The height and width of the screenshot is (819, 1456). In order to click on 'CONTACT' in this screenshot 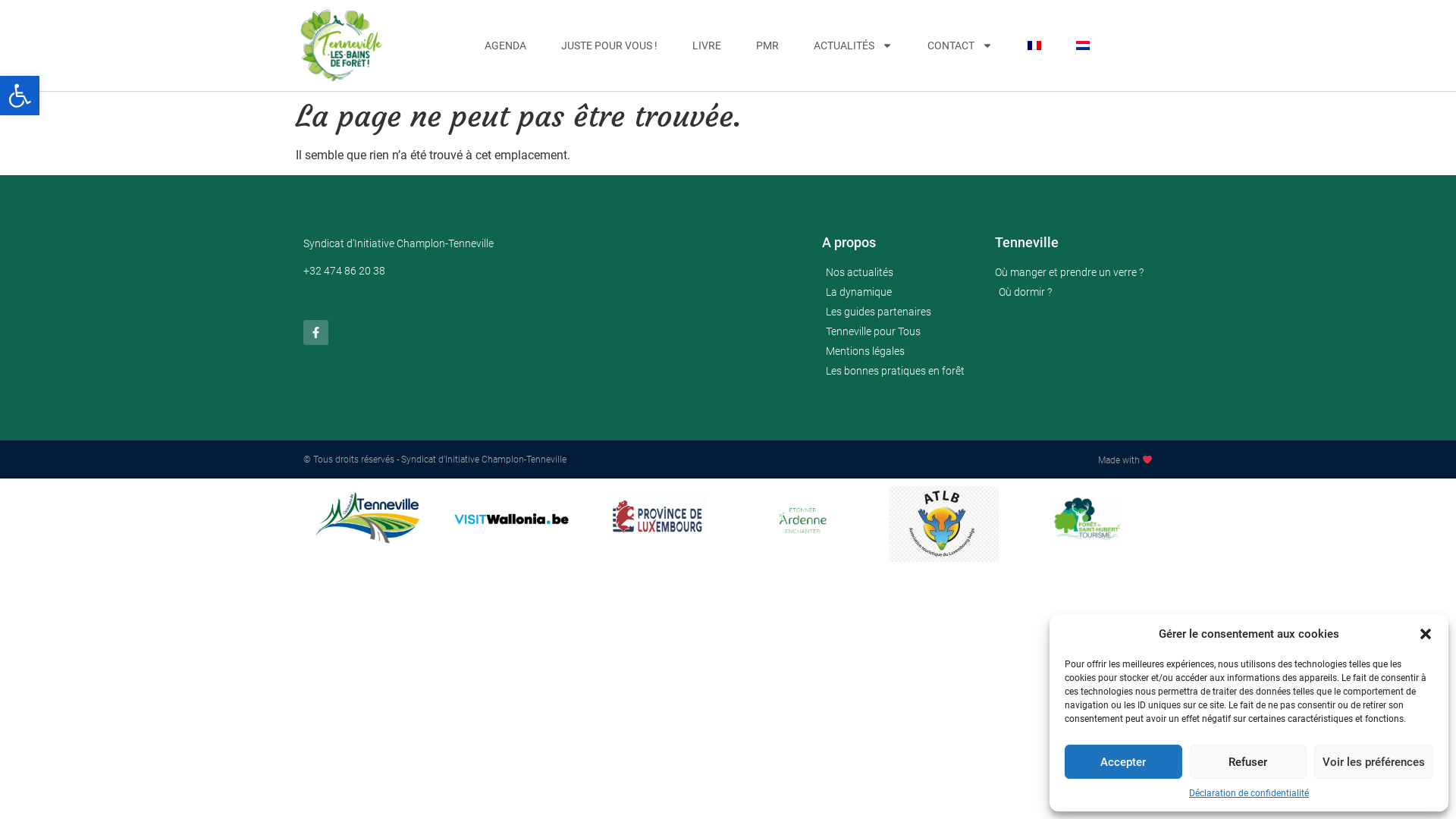, I will do `click(959, 45)`.